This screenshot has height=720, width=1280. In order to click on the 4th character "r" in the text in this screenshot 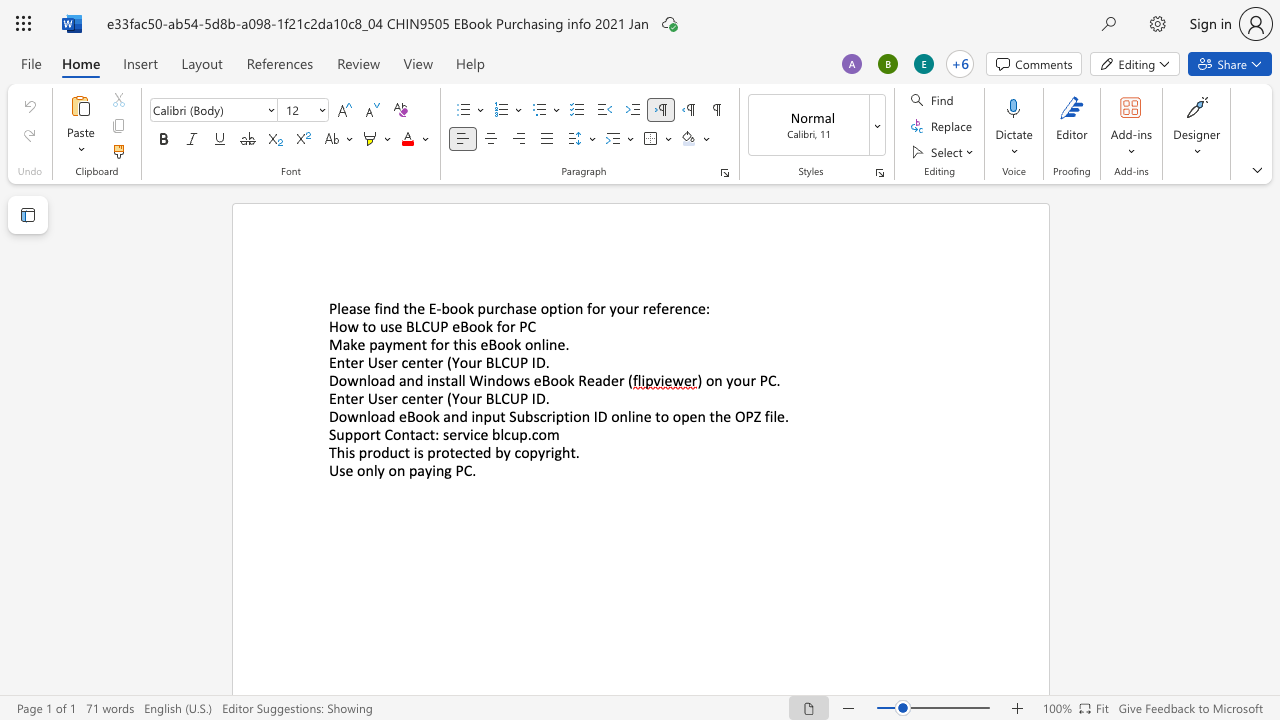, I will do `click(478, 398)`.